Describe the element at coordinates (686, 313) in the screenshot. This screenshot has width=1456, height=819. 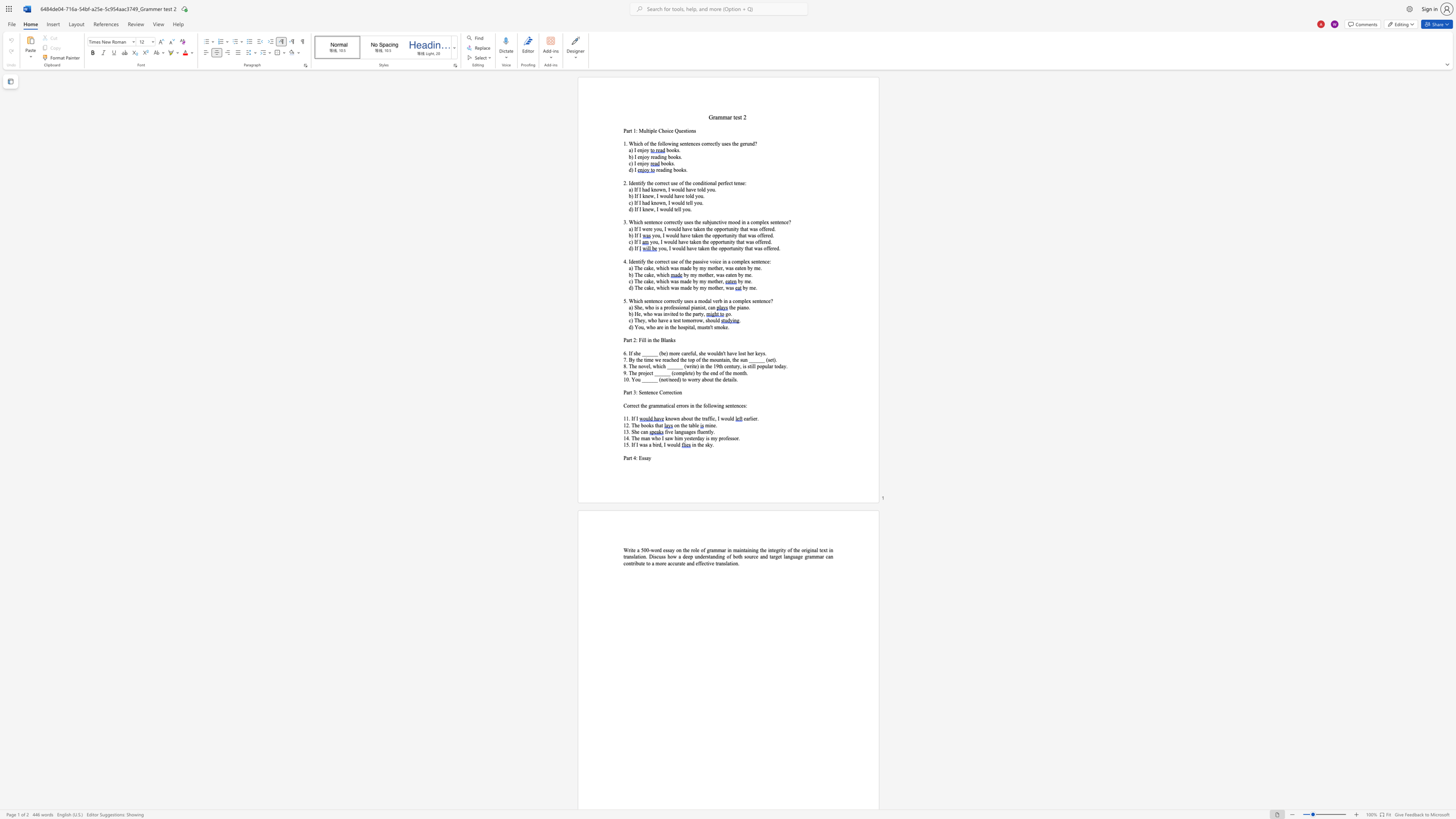
I see `the subset text "he" within the text "b) He, who was invited to the party,"` at that location.